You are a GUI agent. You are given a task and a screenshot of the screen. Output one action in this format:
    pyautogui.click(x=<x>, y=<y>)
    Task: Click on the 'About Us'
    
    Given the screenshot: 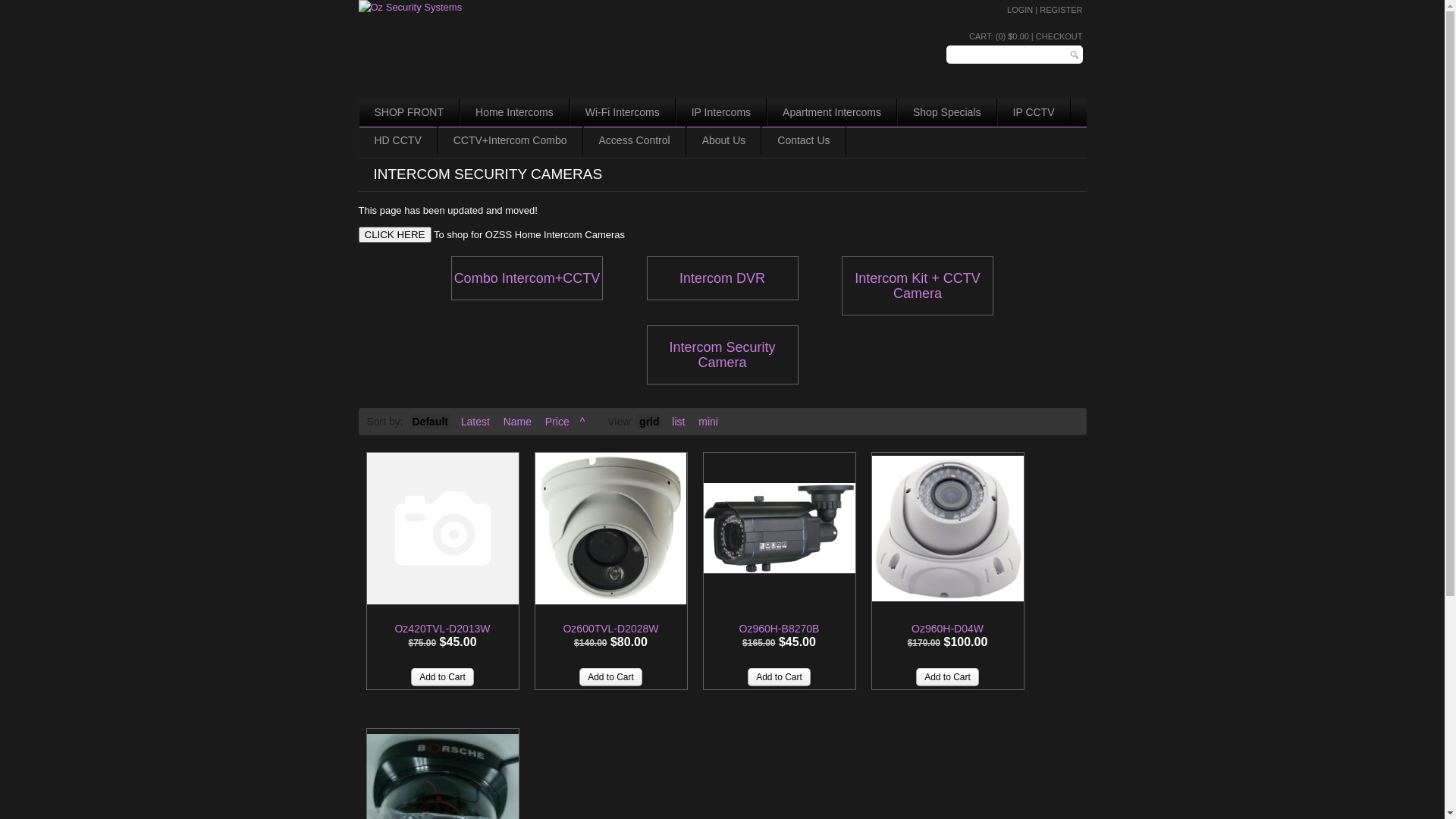 What is the action you would take?
    pyautogui.click(x=723, y=140)
    